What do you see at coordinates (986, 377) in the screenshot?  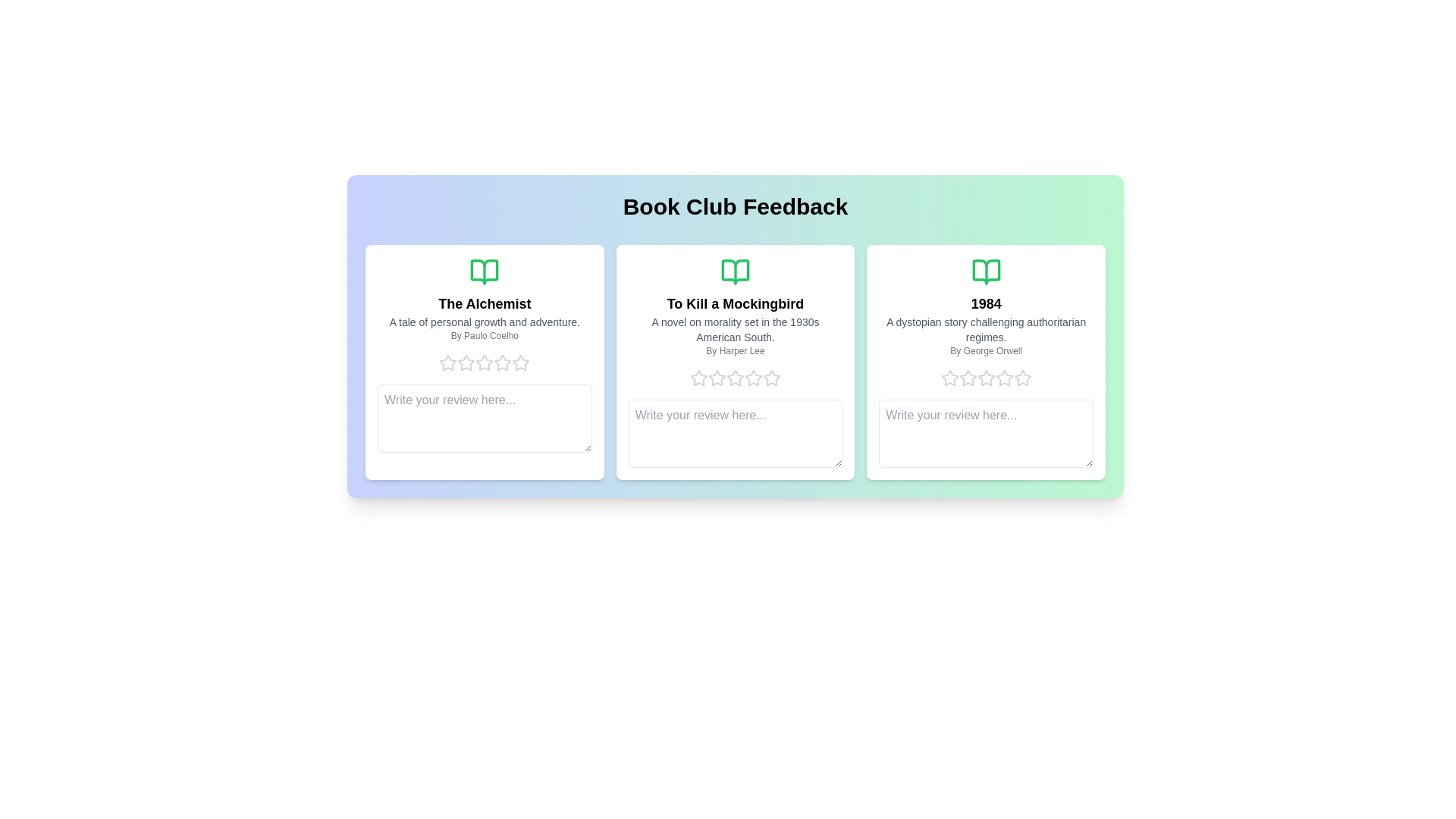 I see `the fifth rating star icon under the '1984' card in the 'Book Club Feedback' section for keyboard selection` at bounding box center [986, 377].